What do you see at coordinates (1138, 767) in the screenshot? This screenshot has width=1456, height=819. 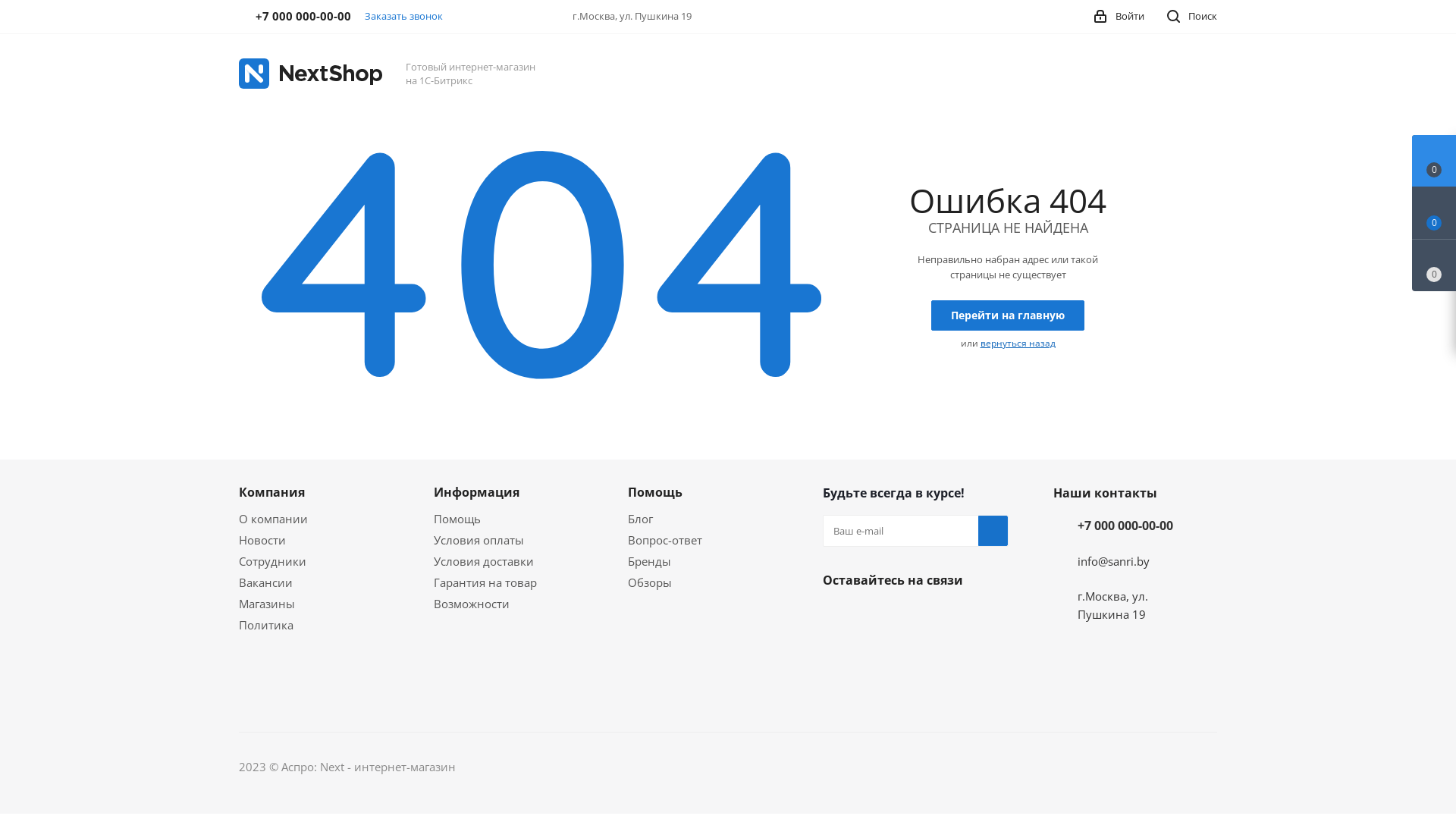 I see `'Qiwi'` at bounding box center [1138, 767].